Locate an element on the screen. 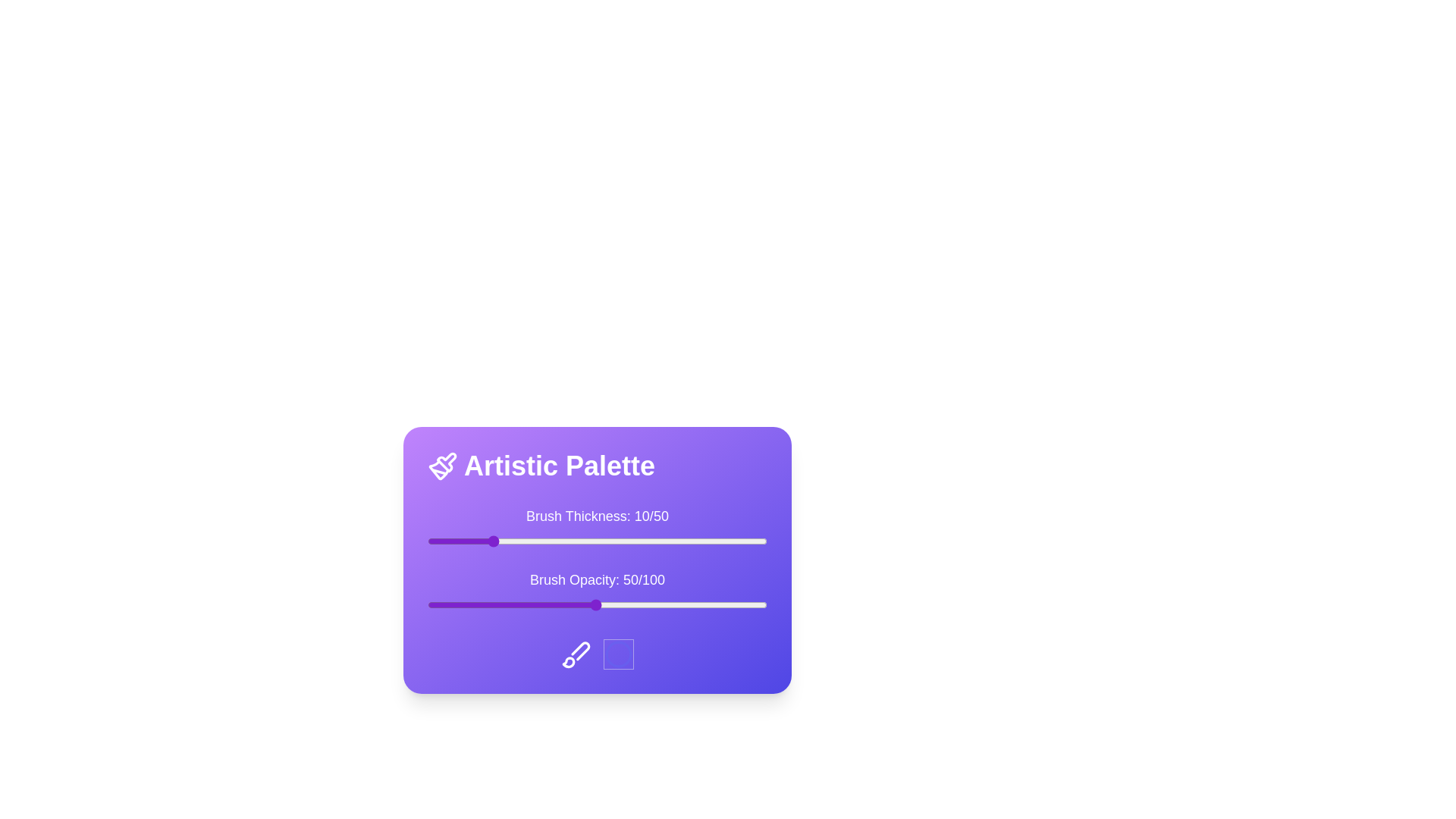  the paintbrush icon within the Artistic Palette component is located at coordinates (442, 465).